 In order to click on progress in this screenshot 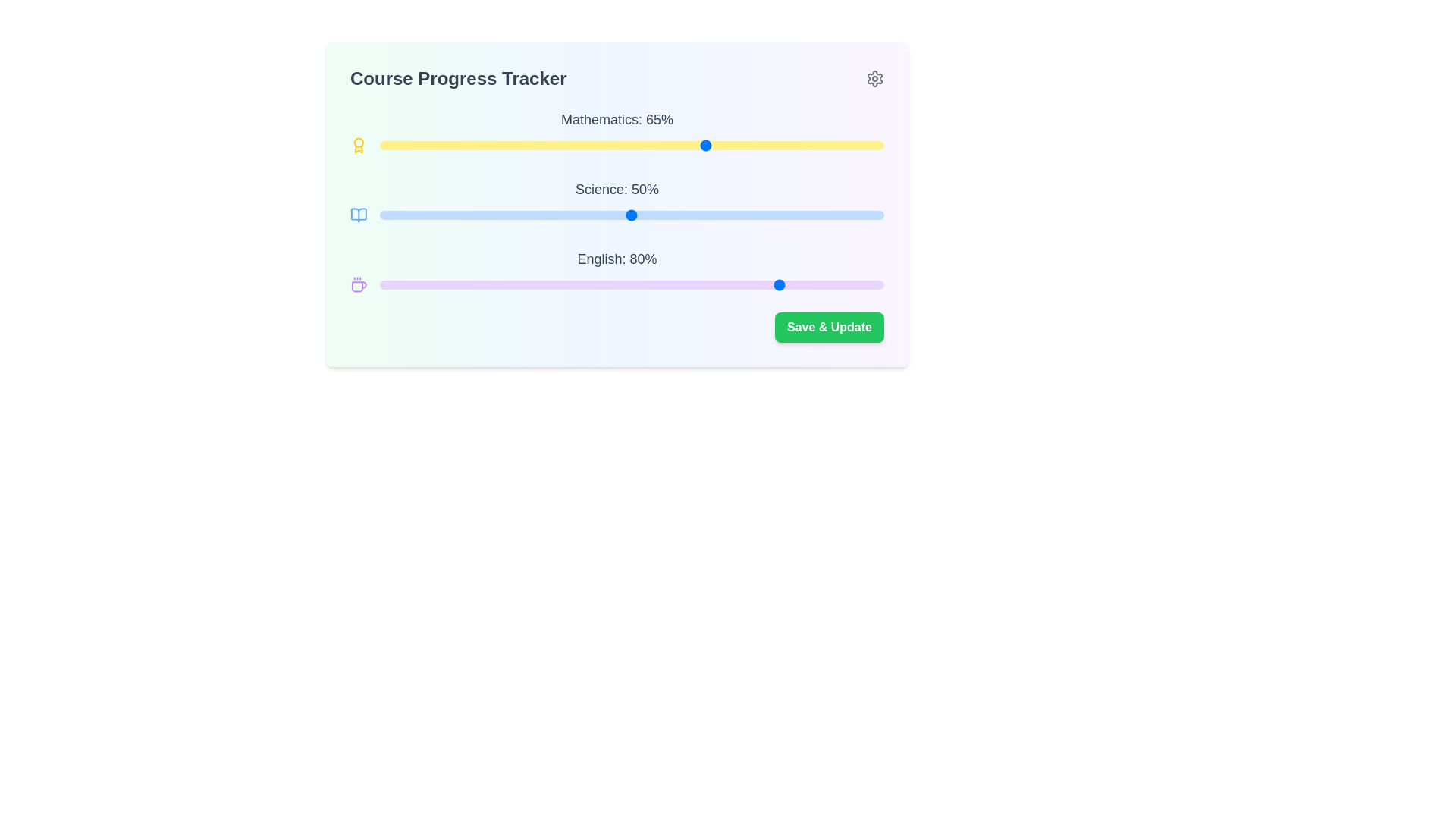, I will do `click(378, 215)`.